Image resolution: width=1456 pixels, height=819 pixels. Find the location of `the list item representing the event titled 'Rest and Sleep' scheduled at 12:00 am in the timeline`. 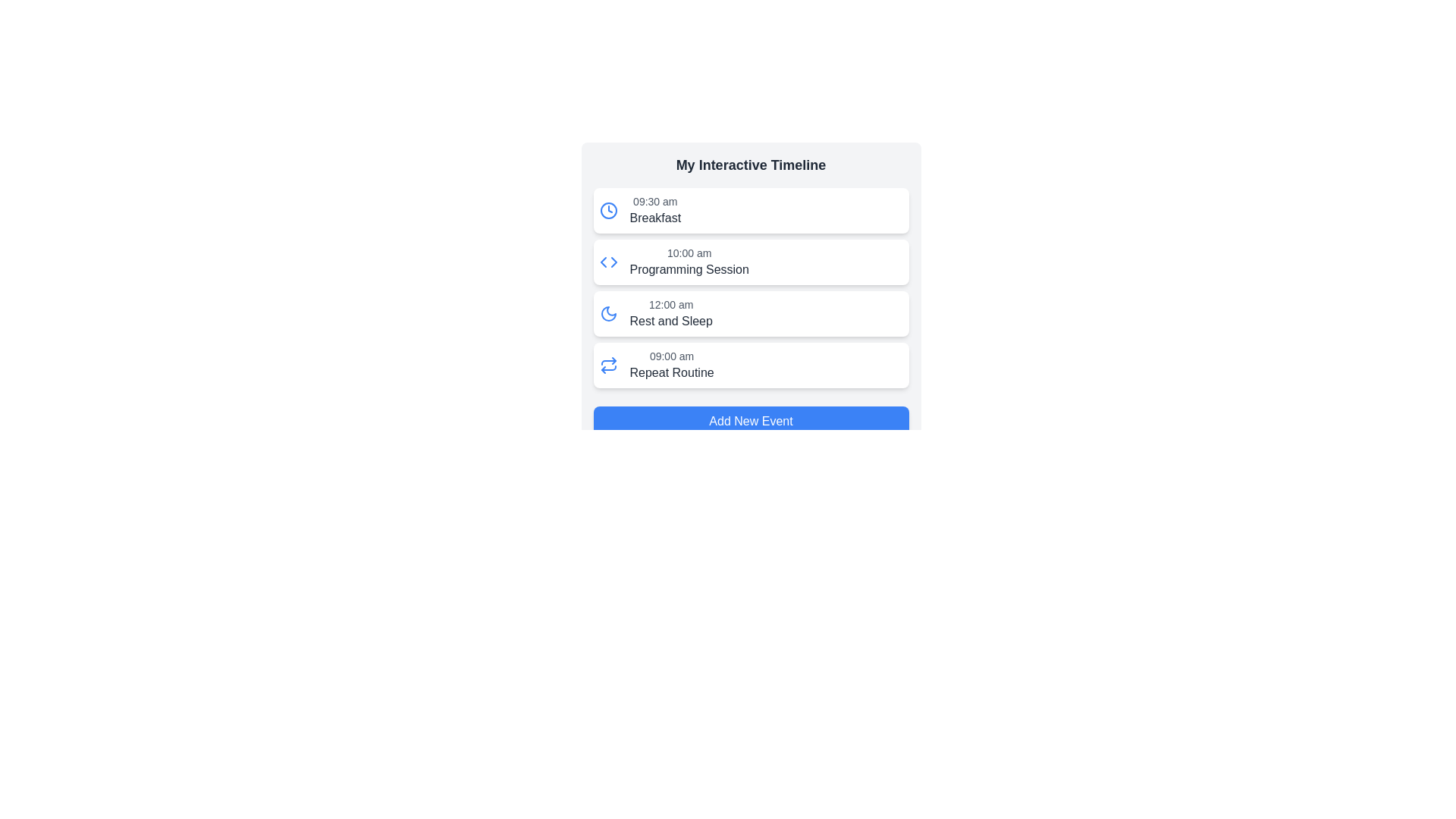

the list item representing the event titled 'Rest and Sleep' scheduled at 12:00 am in the timeline is located at coordinates (656, 312).